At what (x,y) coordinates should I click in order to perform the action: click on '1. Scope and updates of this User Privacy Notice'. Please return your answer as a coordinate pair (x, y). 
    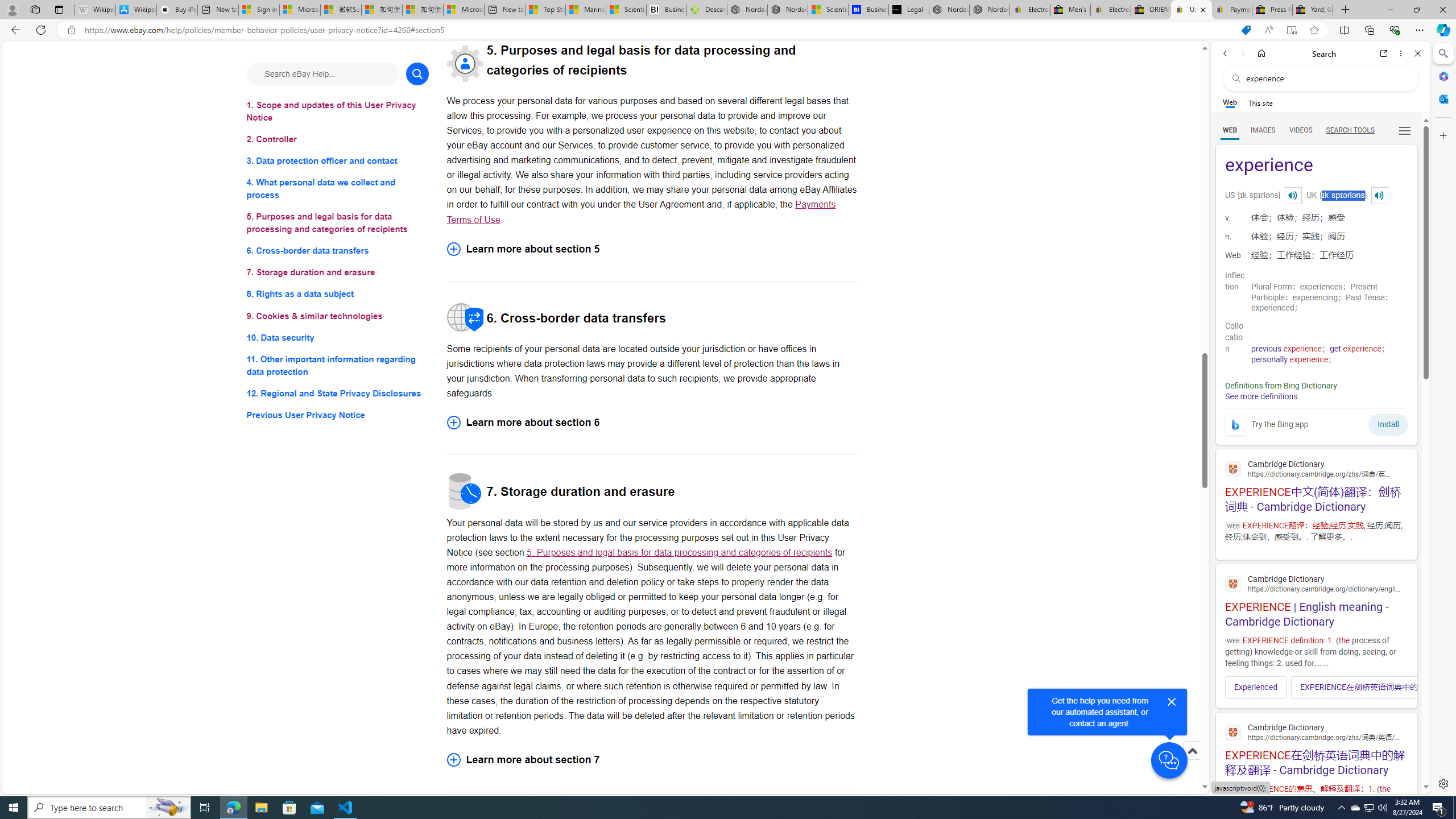
    Looking at the image, I should click on (337, 111).